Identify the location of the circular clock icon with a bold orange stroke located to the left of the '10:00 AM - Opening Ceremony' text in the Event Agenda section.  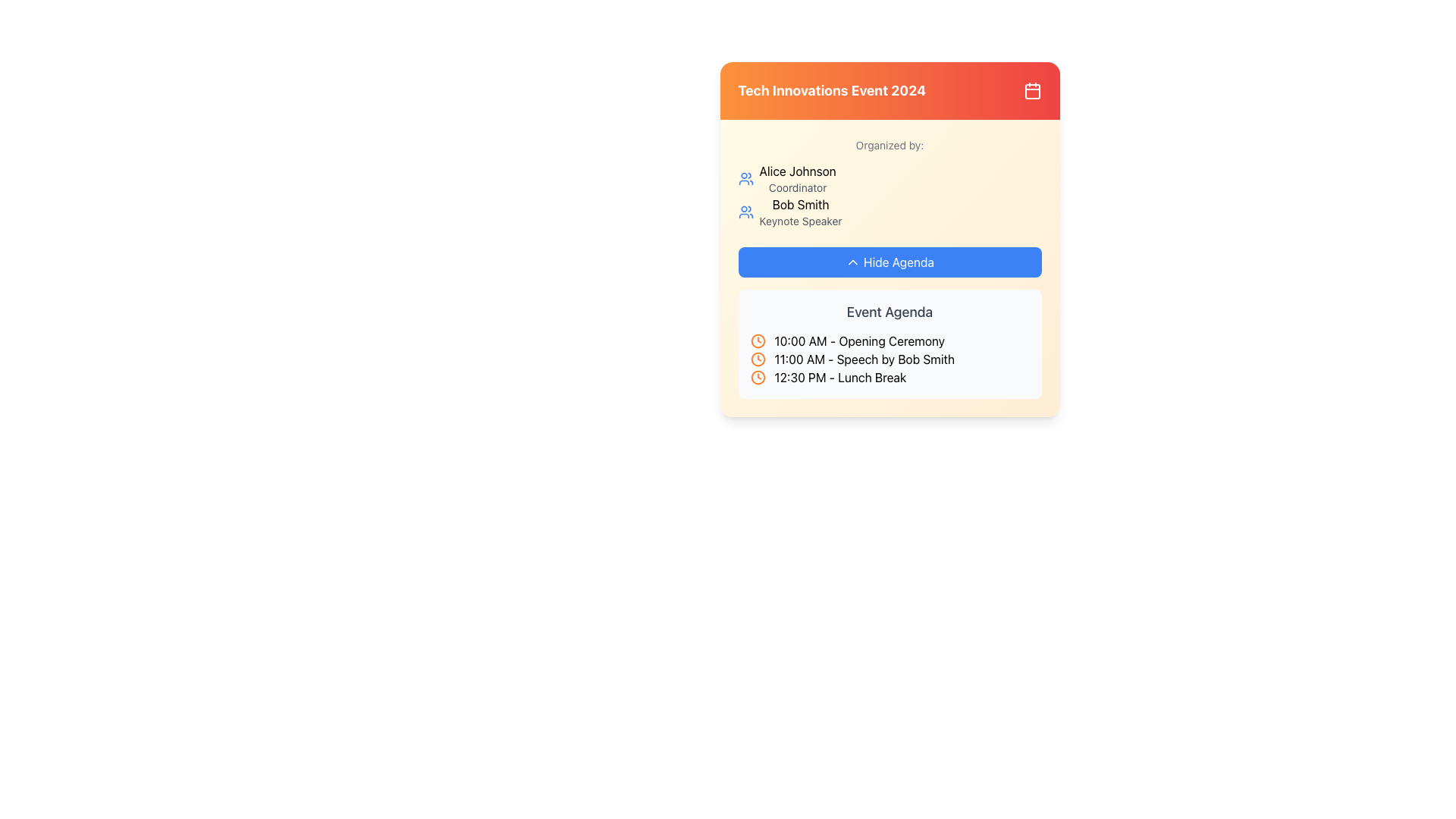
(758, 341).